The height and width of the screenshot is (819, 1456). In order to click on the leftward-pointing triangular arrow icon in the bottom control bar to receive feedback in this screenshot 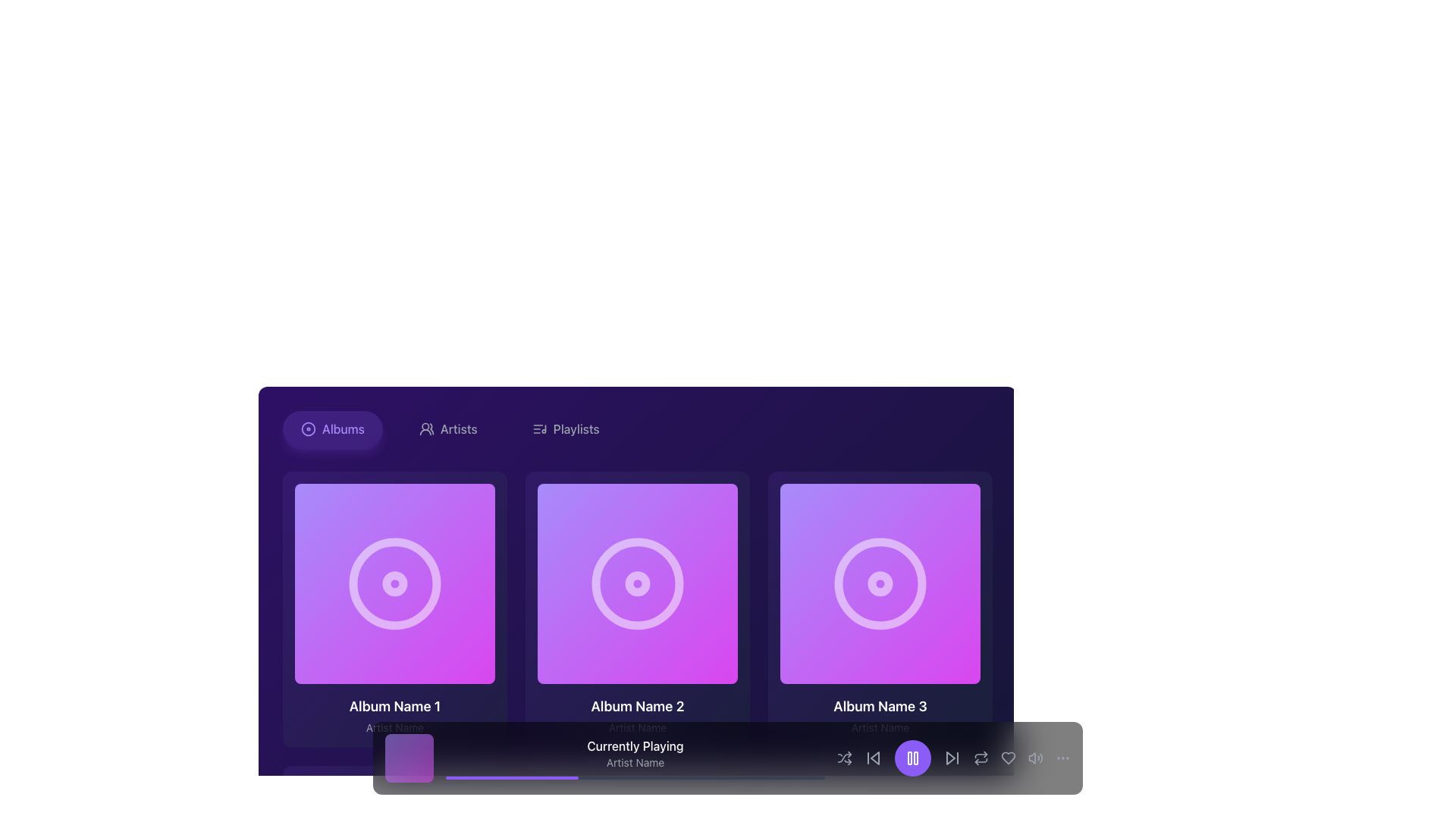, I will do `click(874, 758)`.